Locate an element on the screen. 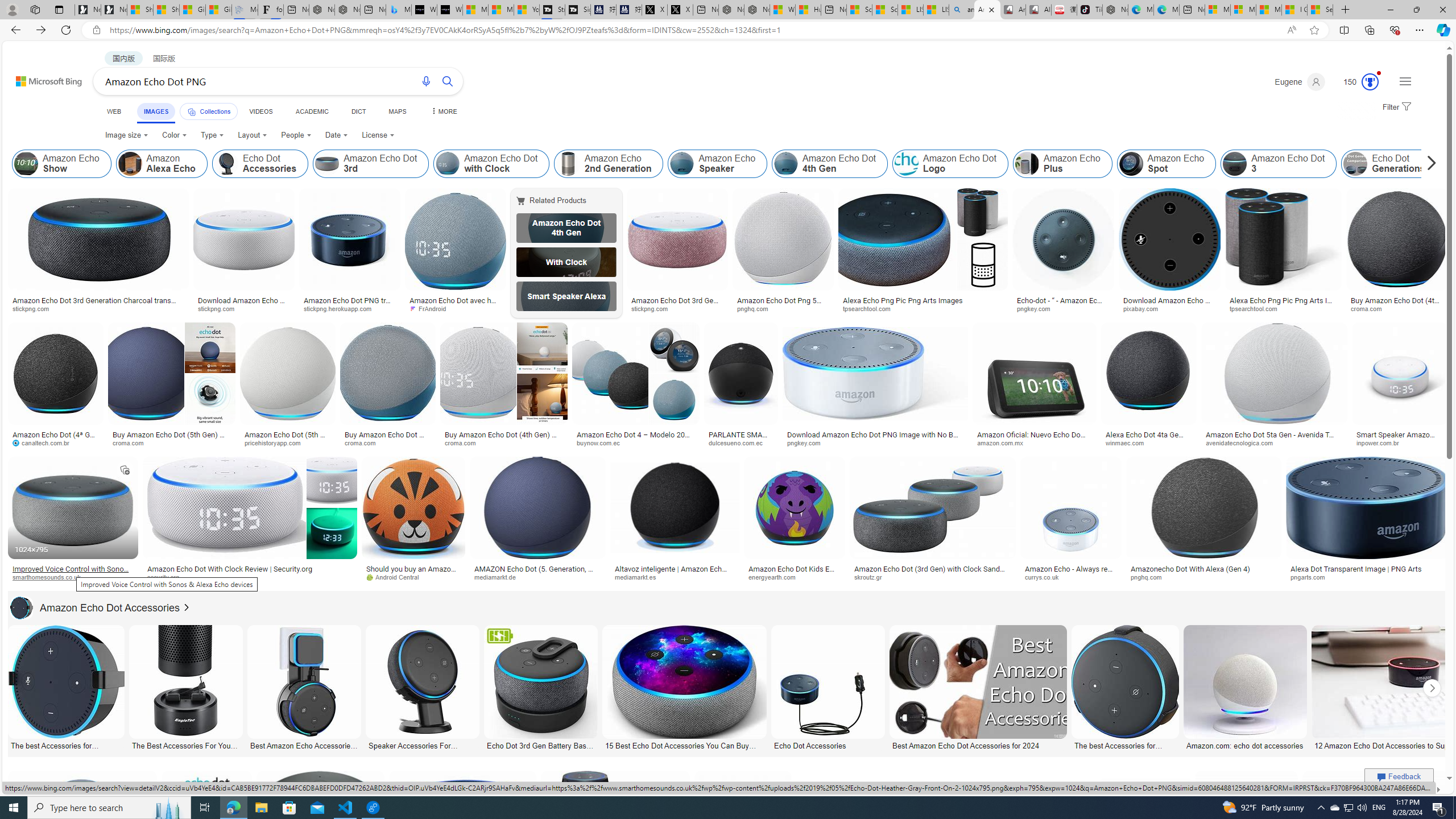 This screenshot has width=1456, height=819. 'Alexa Echo Png Pic Png Arts Images' is located at coordinates (923, 299).